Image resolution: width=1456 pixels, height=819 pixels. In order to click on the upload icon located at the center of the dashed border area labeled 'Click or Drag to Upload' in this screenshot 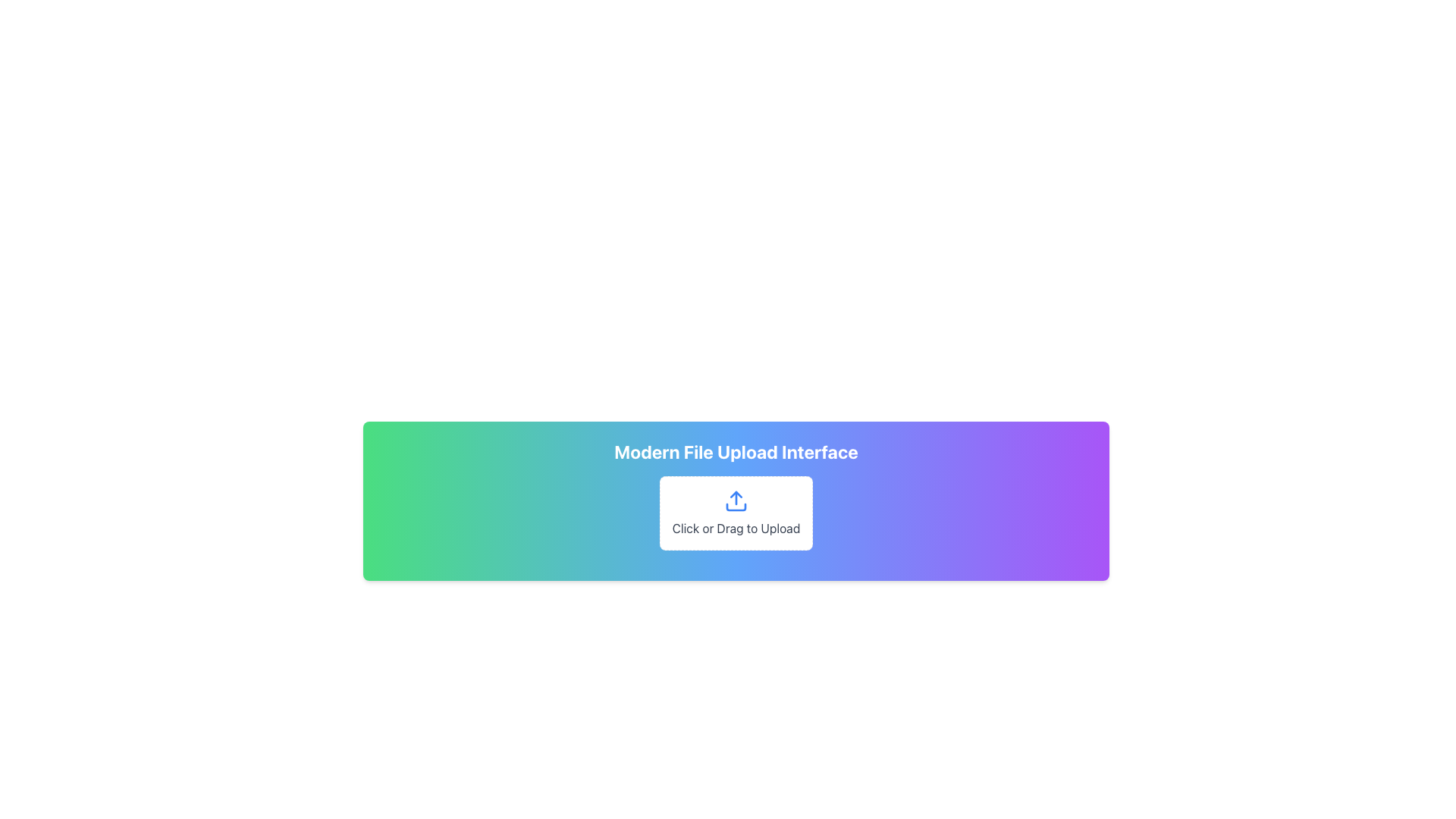, I will do `click(736, 500)`.